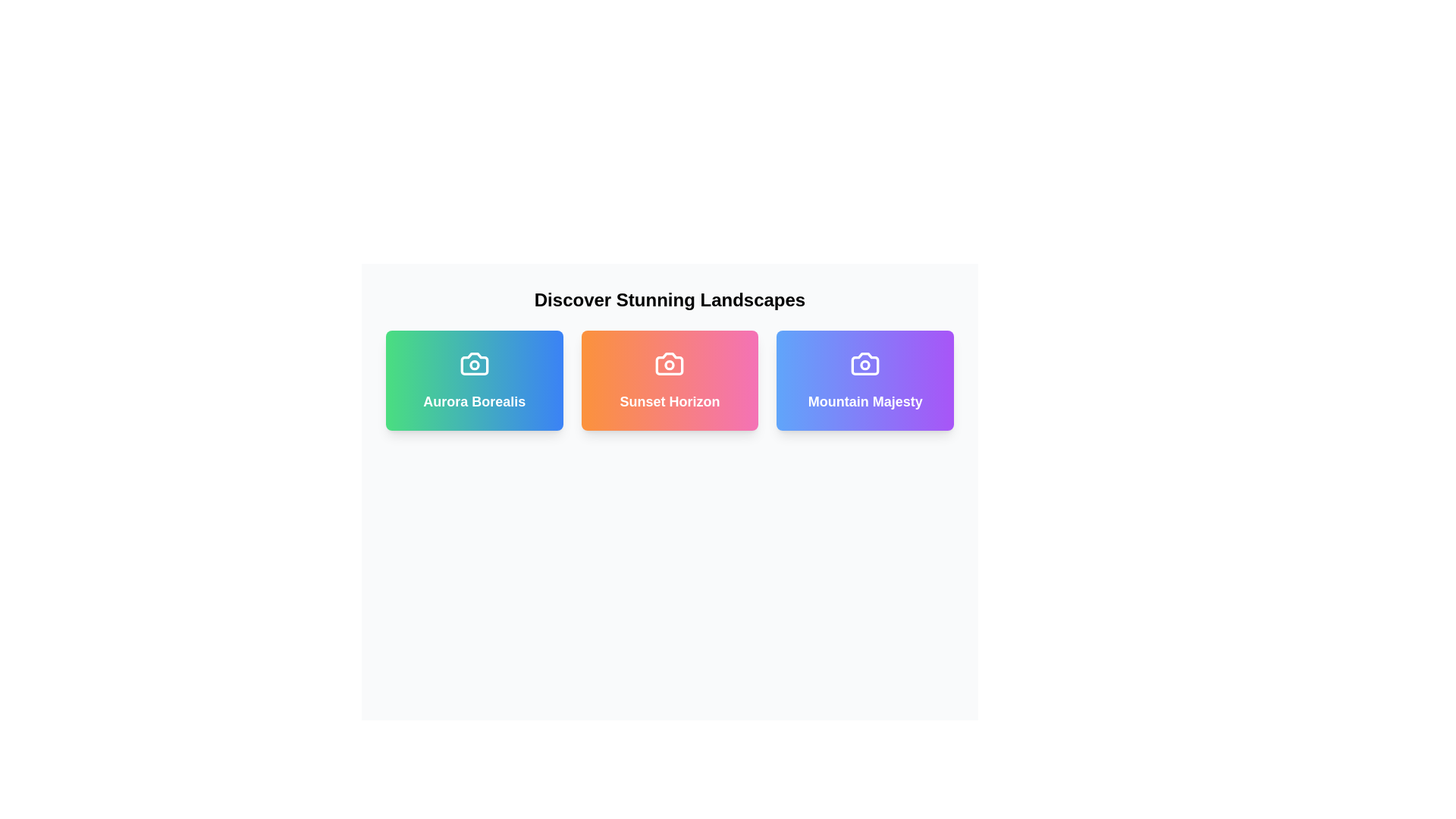  Describe the element at coordinates (669, 363) in the screenshot. I see `the camera icon in the middle card labeled 'Sunset Horizon', which is positioned between the cards 'Aurora Borealis' and 'Mountain Majesty'` at that location.